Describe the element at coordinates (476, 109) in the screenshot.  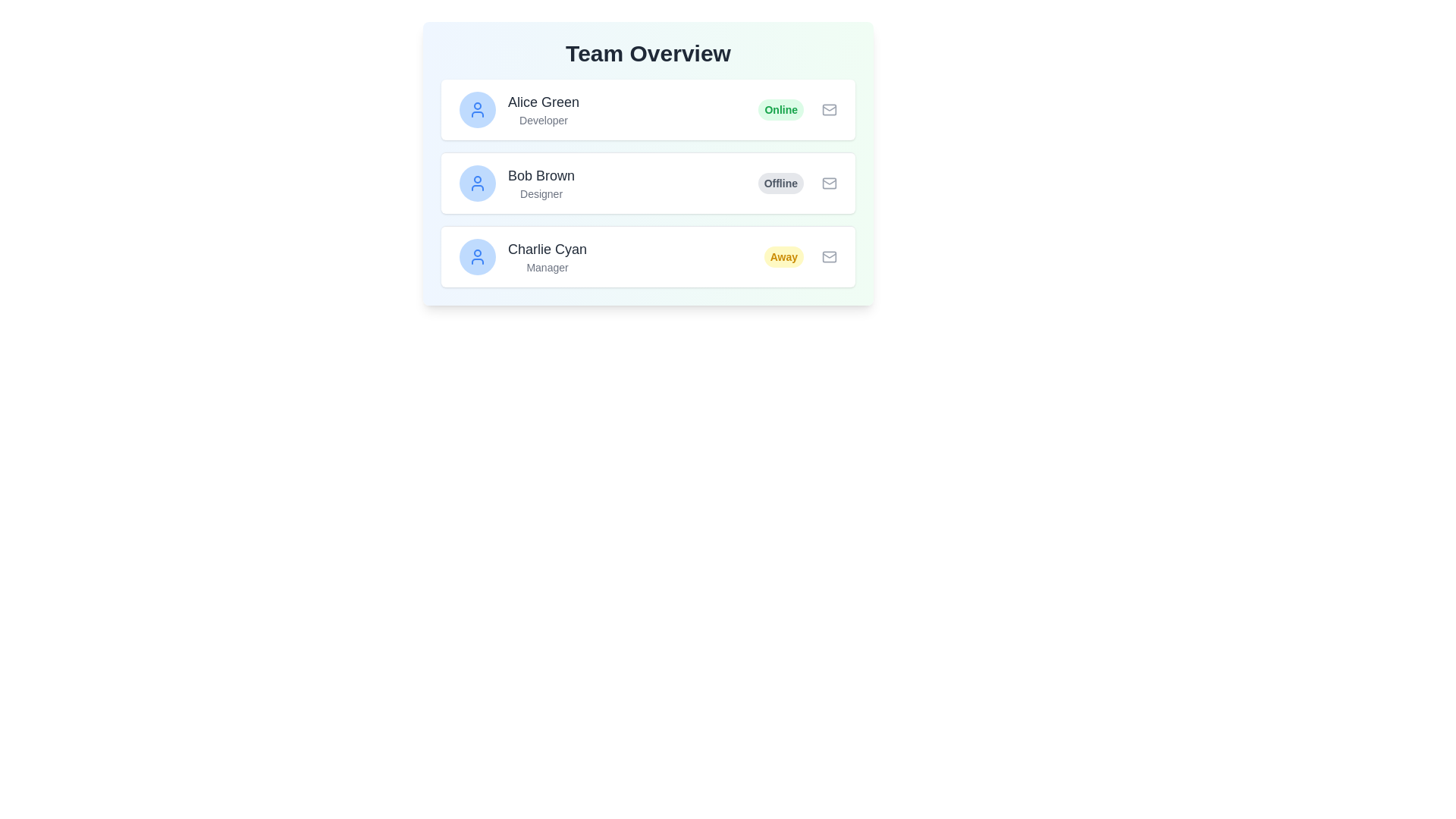
I see `the user silhouette icon with a blue outline located near the left side of the first row marked with 'Alice Green'` at that location.